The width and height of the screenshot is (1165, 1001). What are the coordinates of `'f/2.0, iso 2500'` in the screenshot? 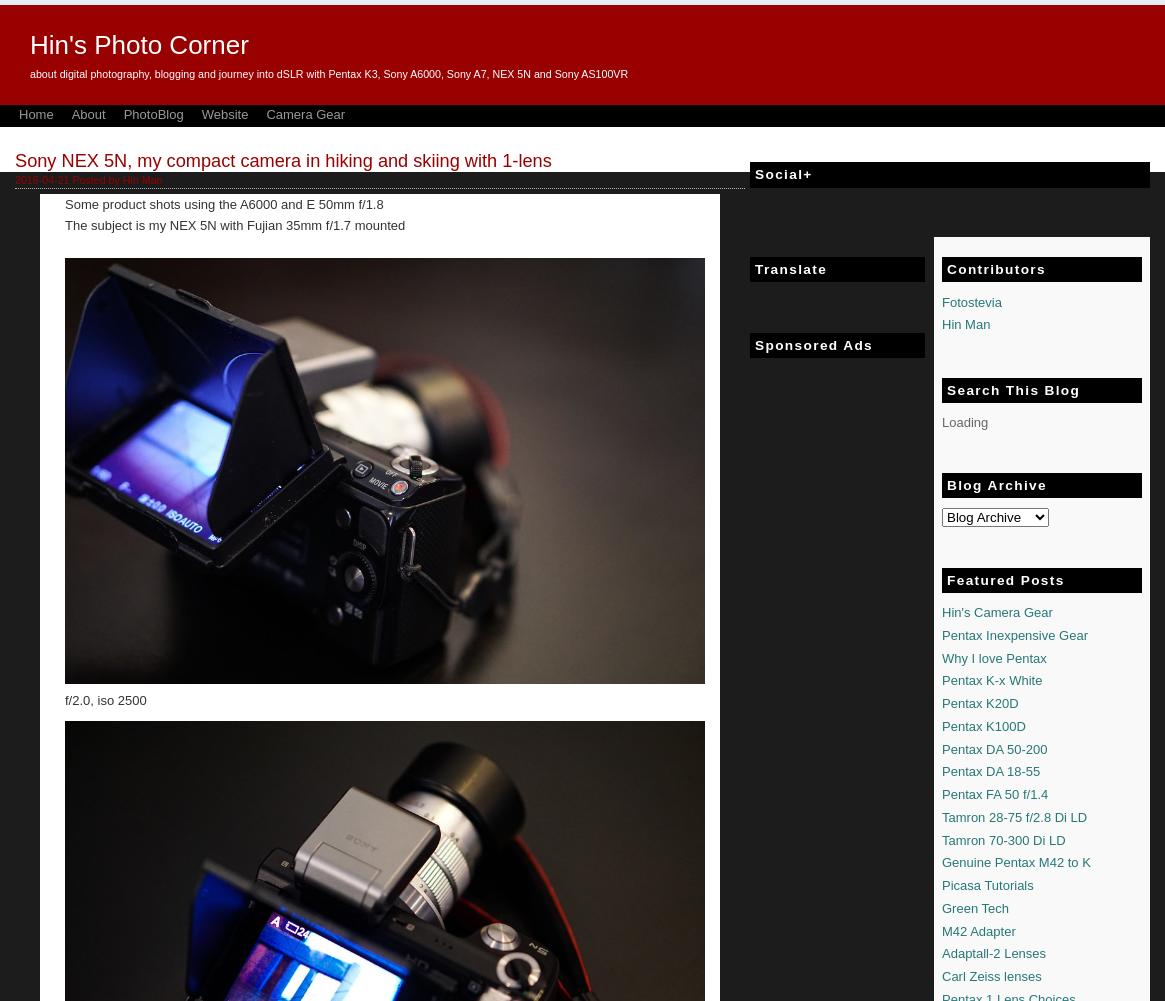 It's located at (104, 698).